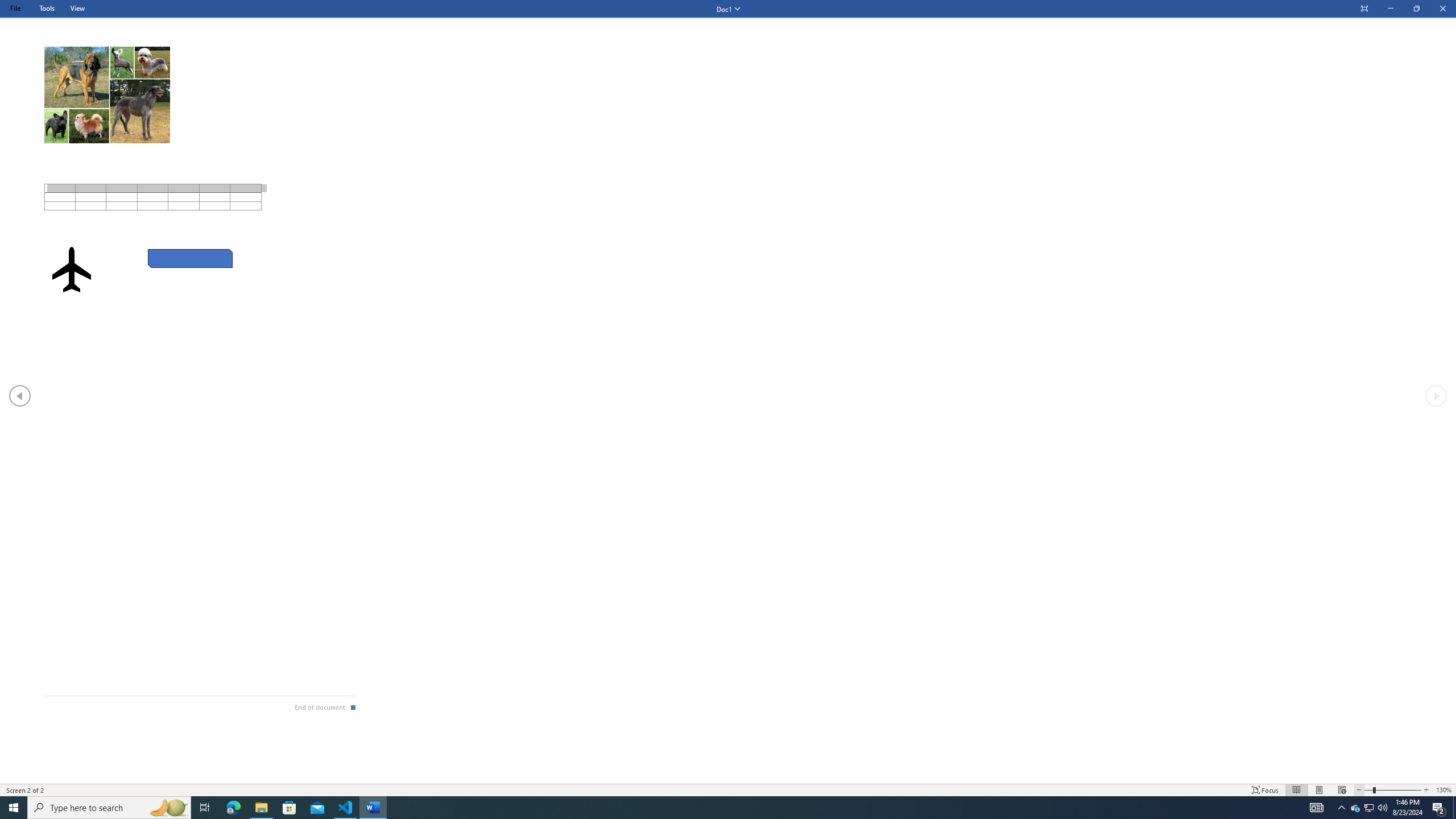 Image resolution: width=1456 pixels, height=819 pixels. I want to click on 'Page Number Screen 2 of 2 ', so click(26, 790).